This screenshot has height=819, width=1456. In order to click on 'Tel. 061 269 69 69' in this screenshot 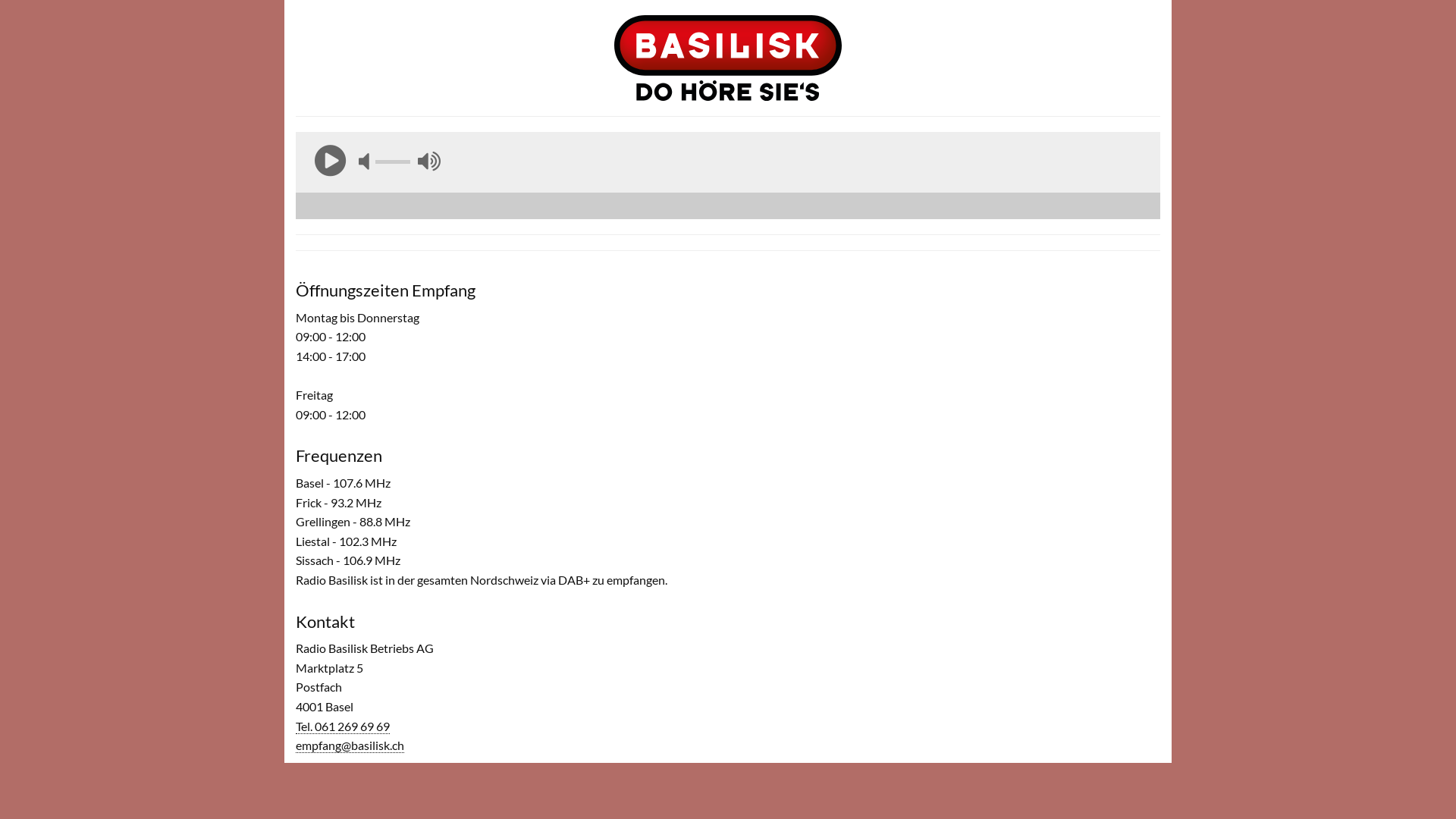, I will do `click(295, 725)`.